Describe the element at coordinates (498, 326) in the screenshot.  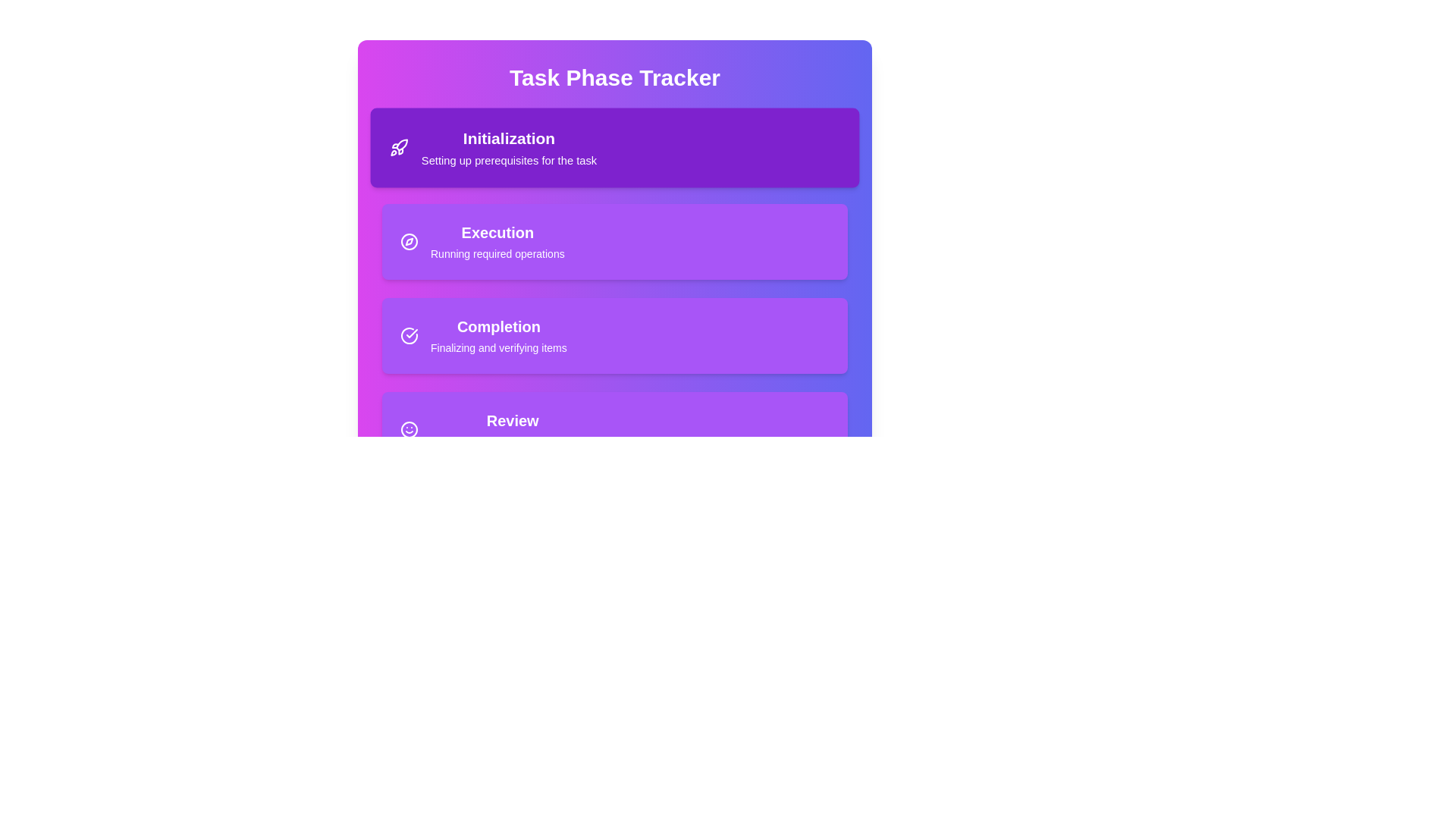
I see `the 'Completion' text label, which is the bold title in the third item of the task tracker module's vertical list of phases, located between 'Execution' and 'Review'` at that location.